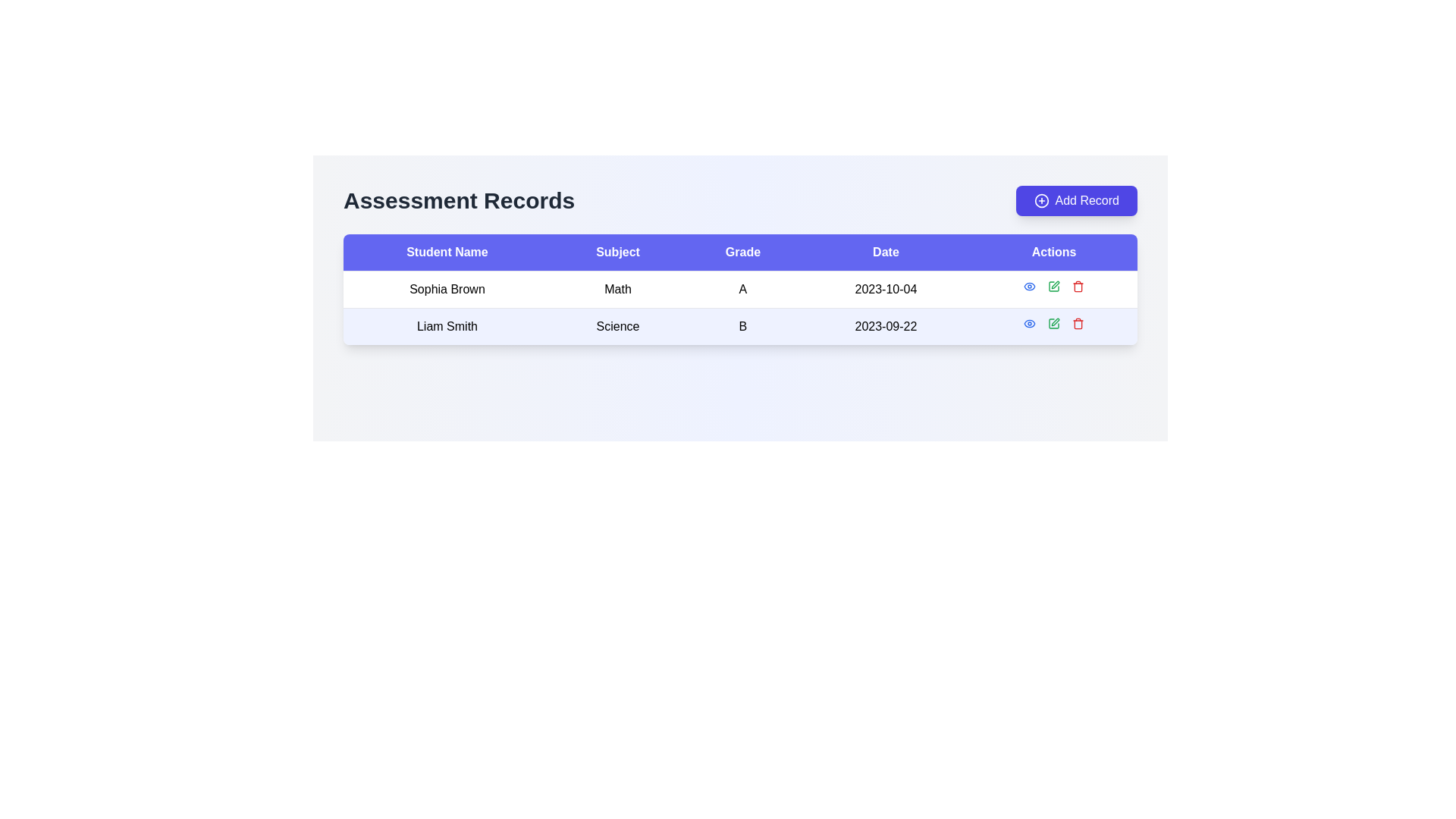  I want to click on the static text label displaying the grade 'A' in the third column of the first row of the table, located under the 'Grade' header, so click(742, 289).